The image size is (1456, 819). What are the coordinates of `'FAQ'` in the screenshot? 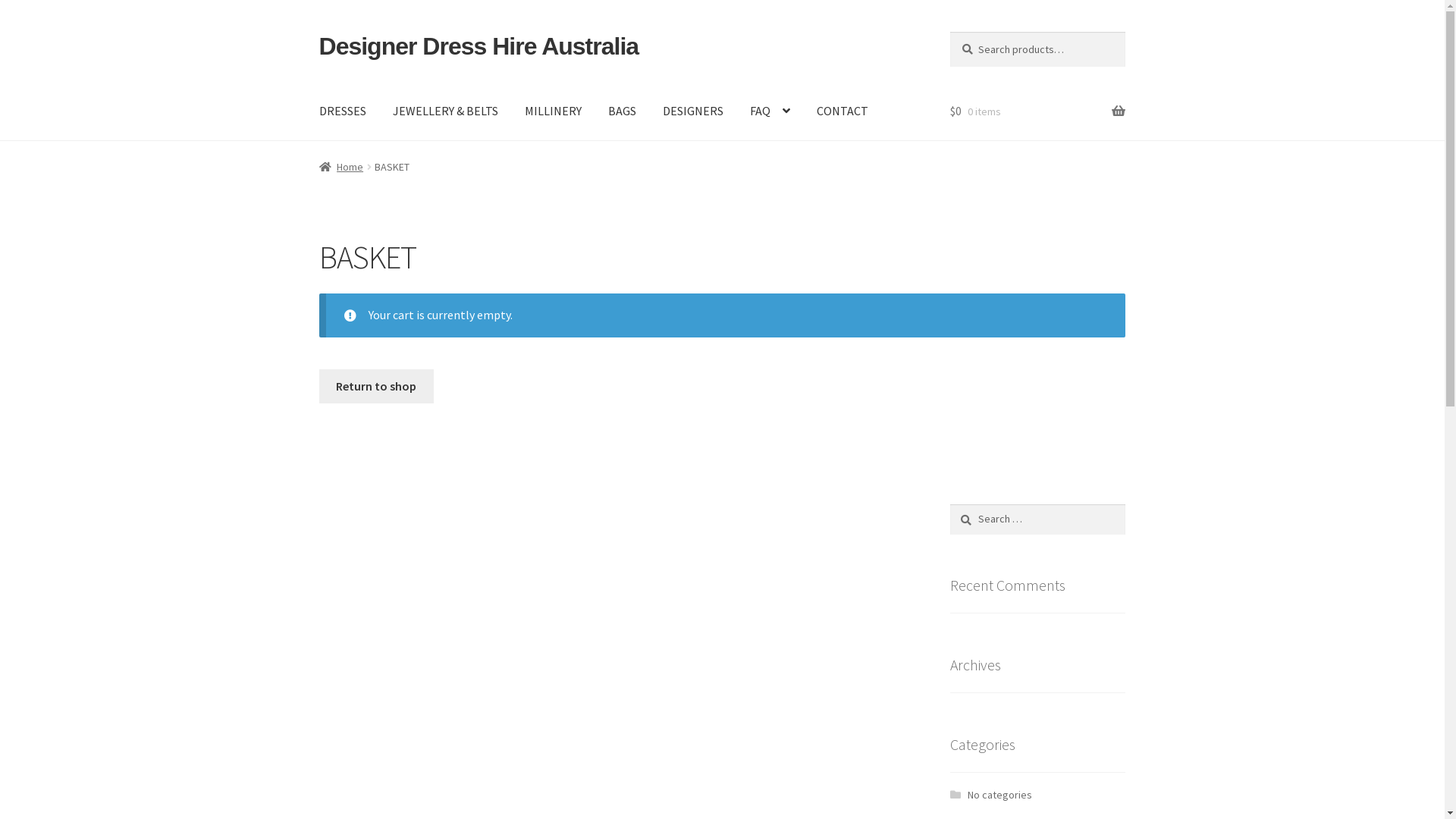 It's located at (770, 110).